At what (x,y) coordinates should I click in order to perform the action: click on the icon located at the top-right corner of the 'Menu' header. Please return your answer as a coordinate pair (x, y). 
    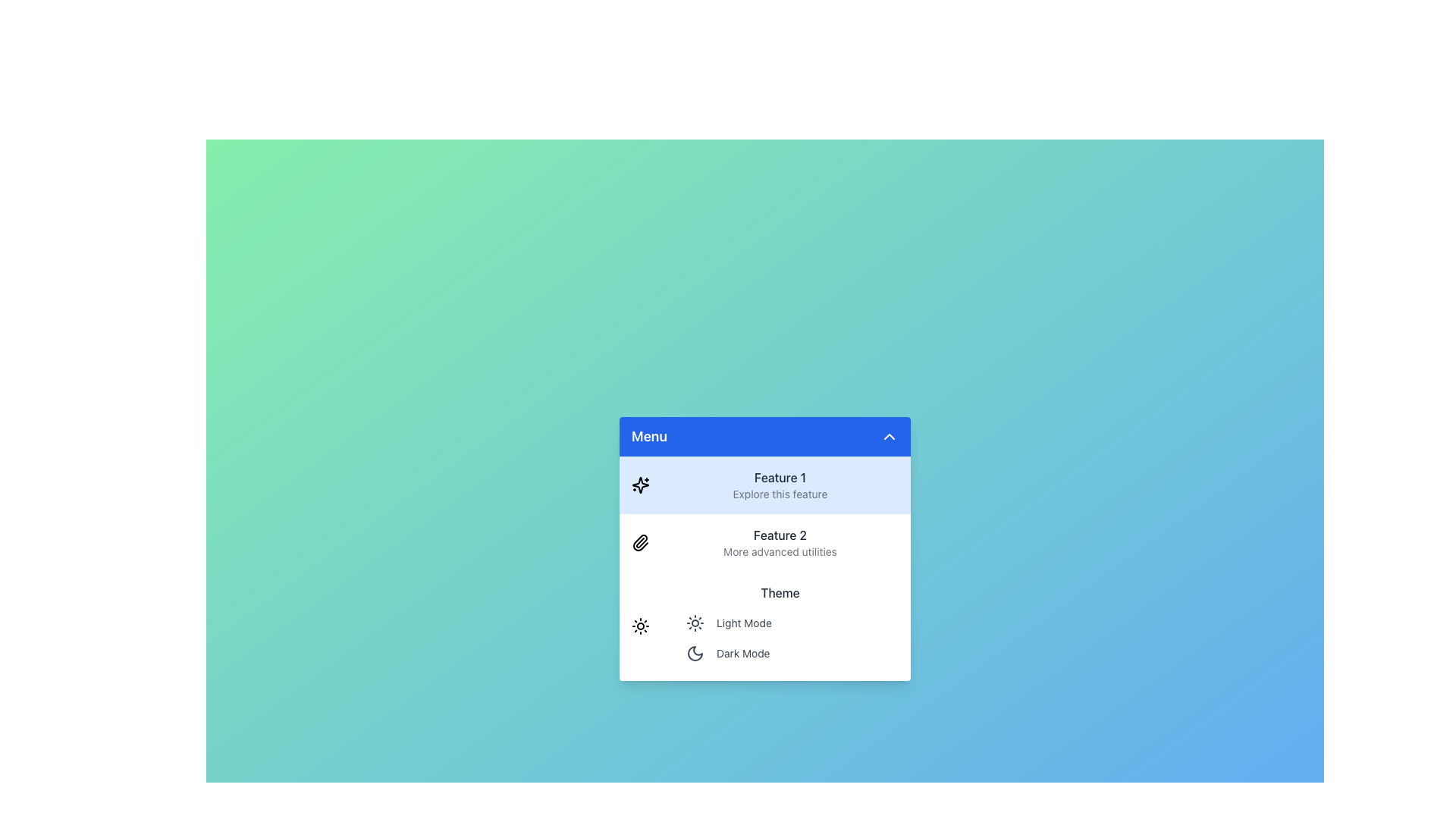
    Looking at the image, I should click on (889, 436).